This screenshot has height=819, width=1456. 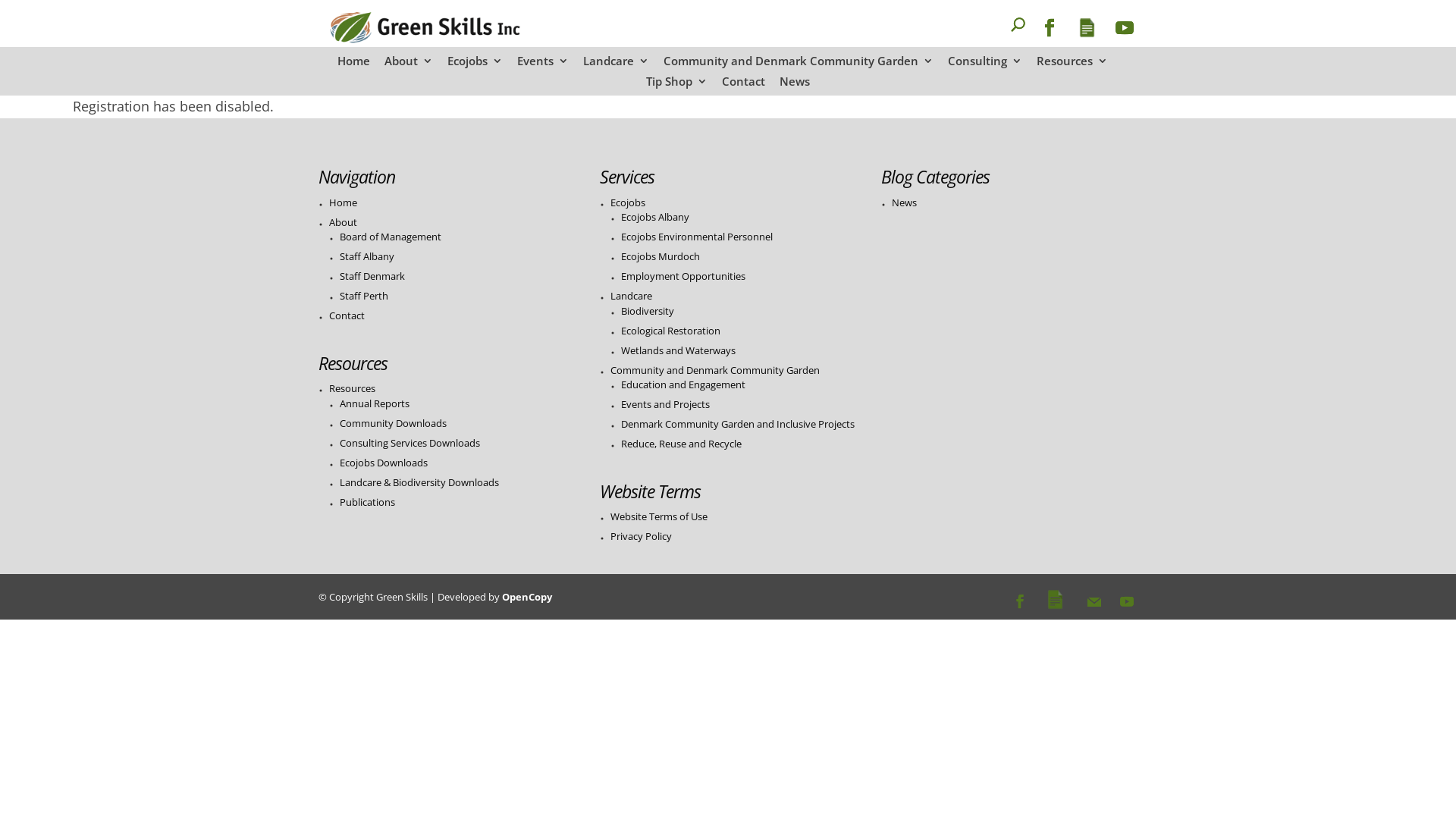 I want to click on 'Community and Denmark Community Garden', so click(x=796, y=64).